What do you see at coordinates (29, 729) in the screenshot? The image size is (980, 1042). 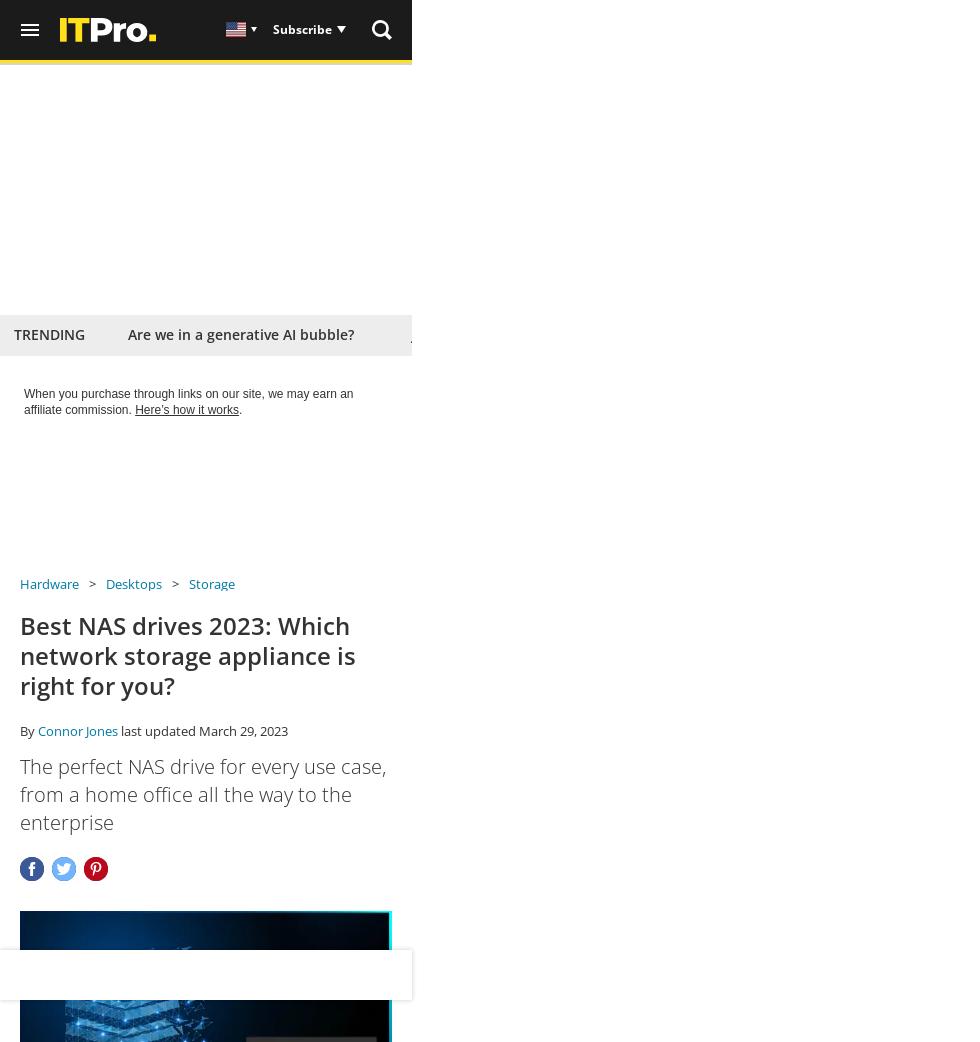 I see `'By'` at bounding box center [29, 729].